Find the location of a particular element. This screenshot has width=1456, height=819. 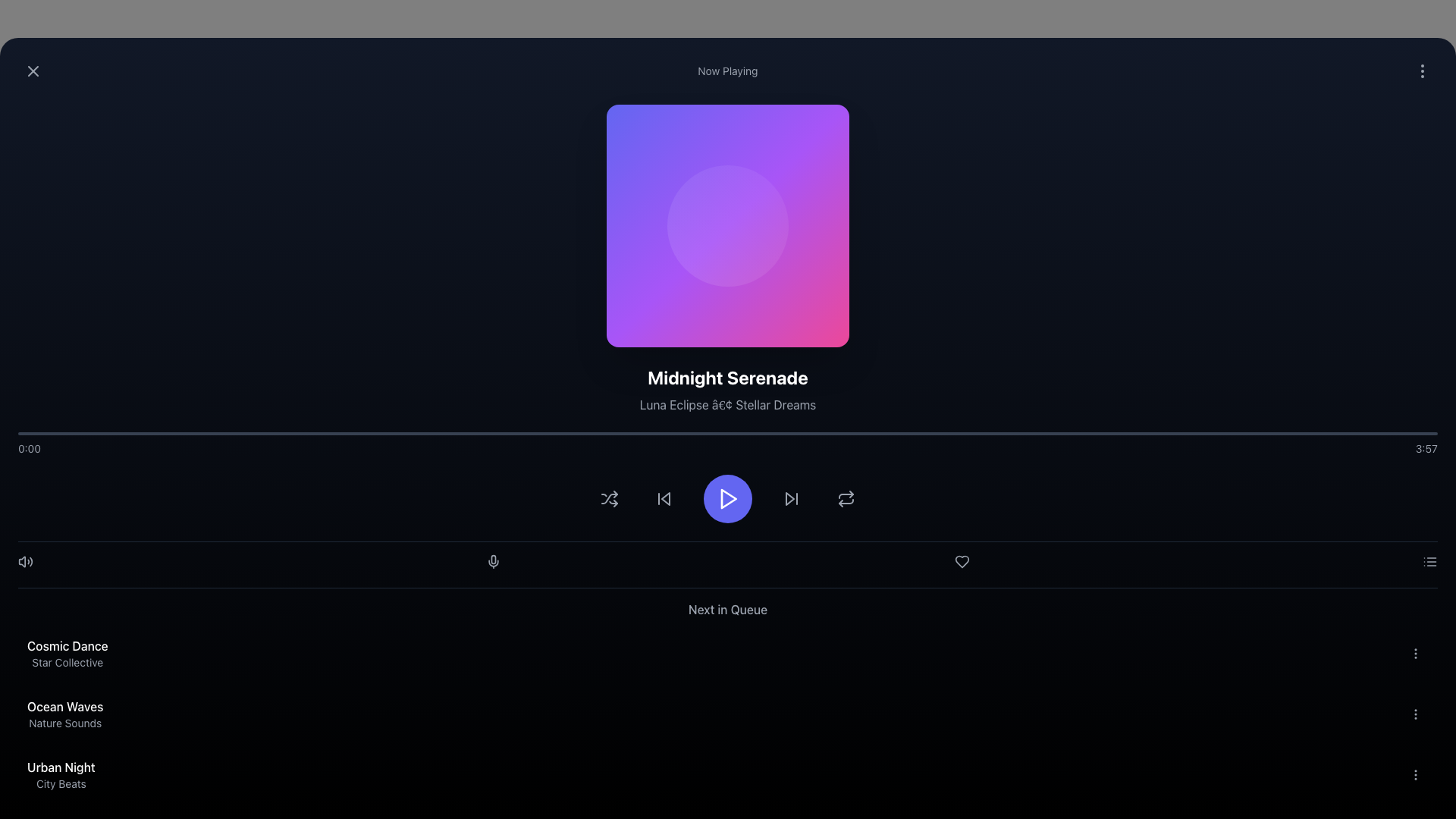

the playback progress is located at coordinates (302, 433).